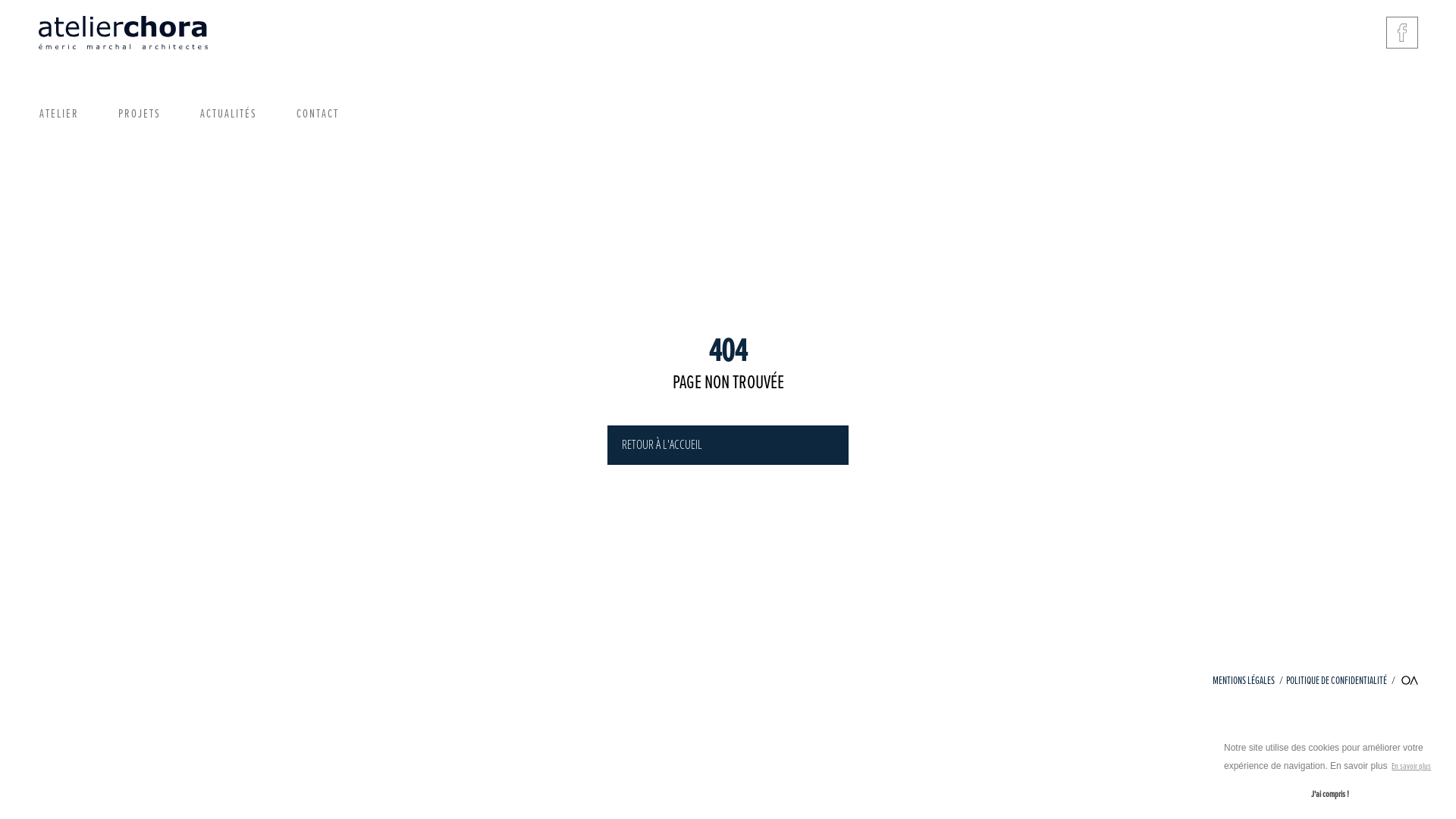 The width and height of the screenshot is (1456, 819). What do you see at coordinates (58, 113) in the screenshot?
I see `'ATELIER'` at bounding box center [58, 113].